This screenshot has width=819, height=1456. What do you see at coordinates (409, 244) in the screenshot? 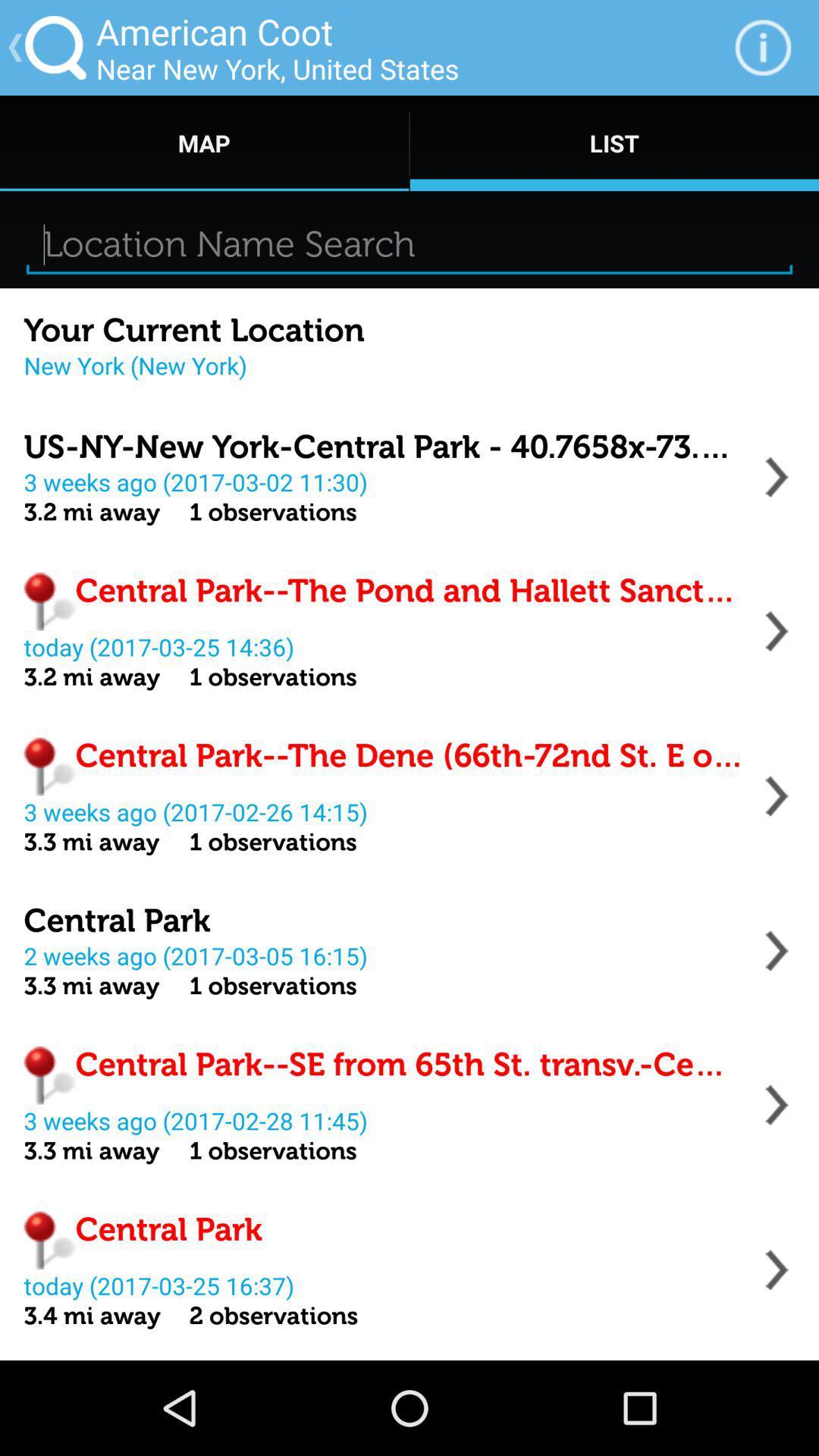
I see `type the location name` at bounding box center [409, 244].